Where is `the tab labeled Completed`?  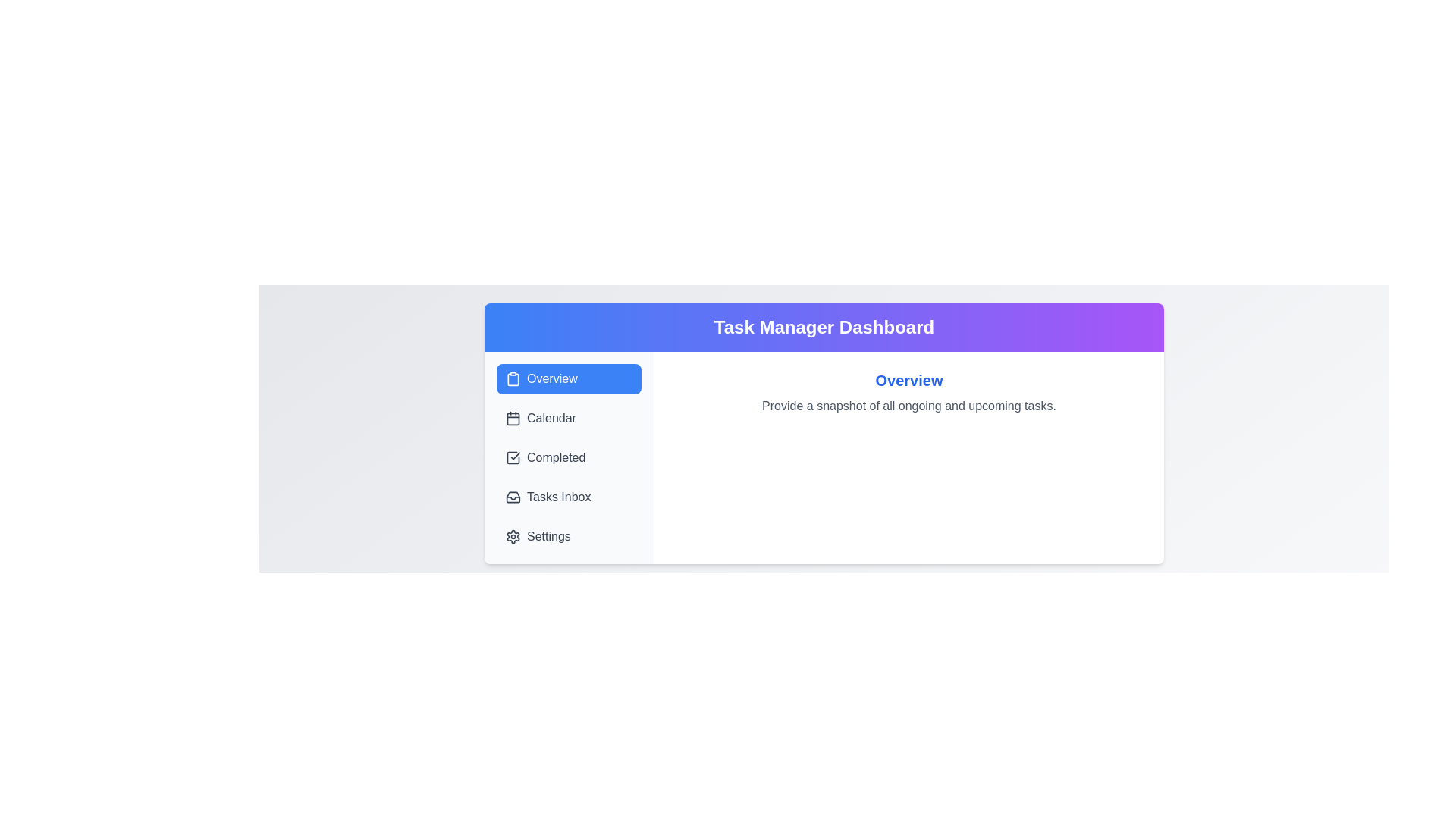
the tab labeled Completed is located at coordinates (568, 457).